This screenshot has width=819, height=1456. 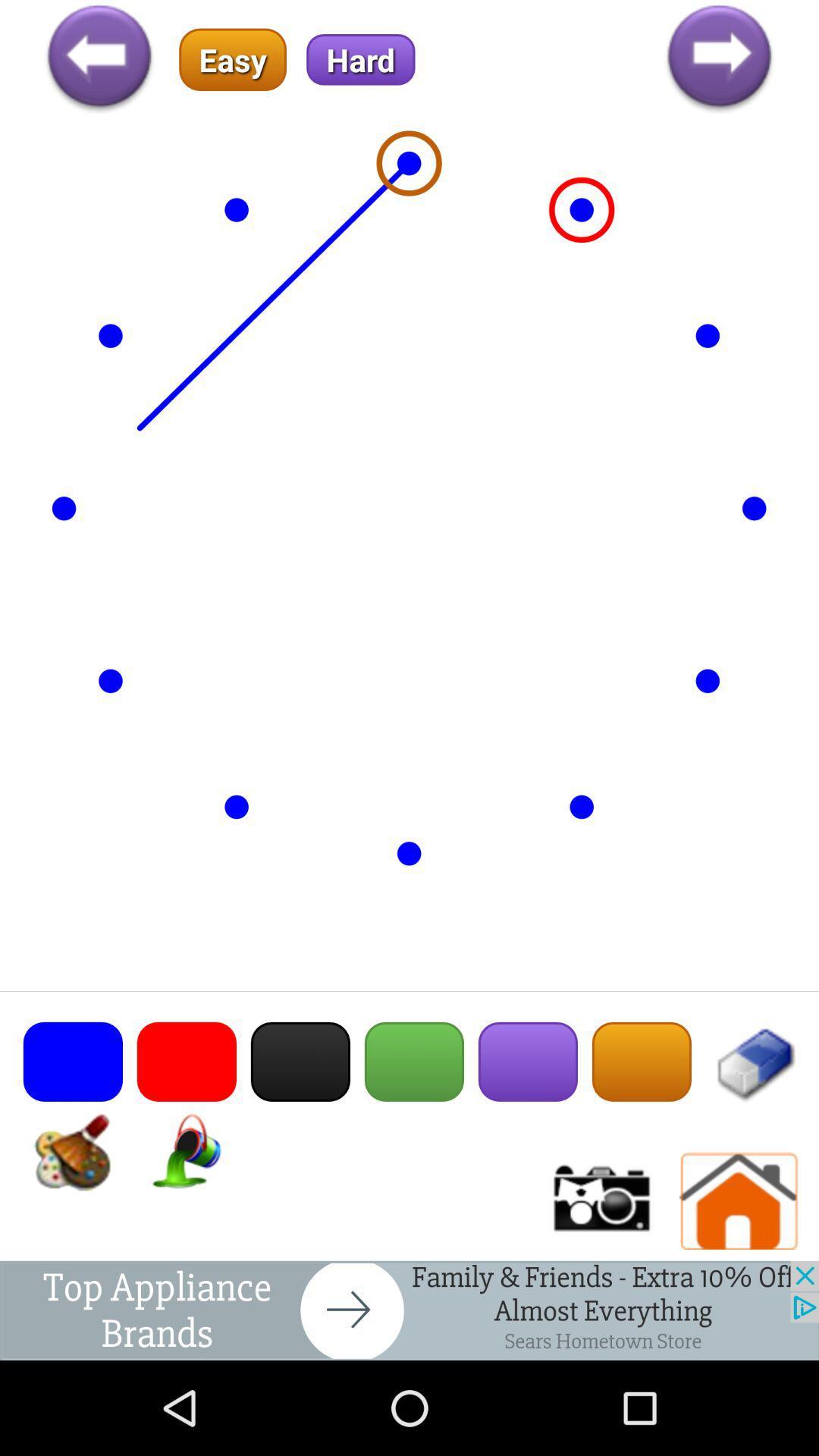 I want to click on the home icon, so click(x=739, y=1285).